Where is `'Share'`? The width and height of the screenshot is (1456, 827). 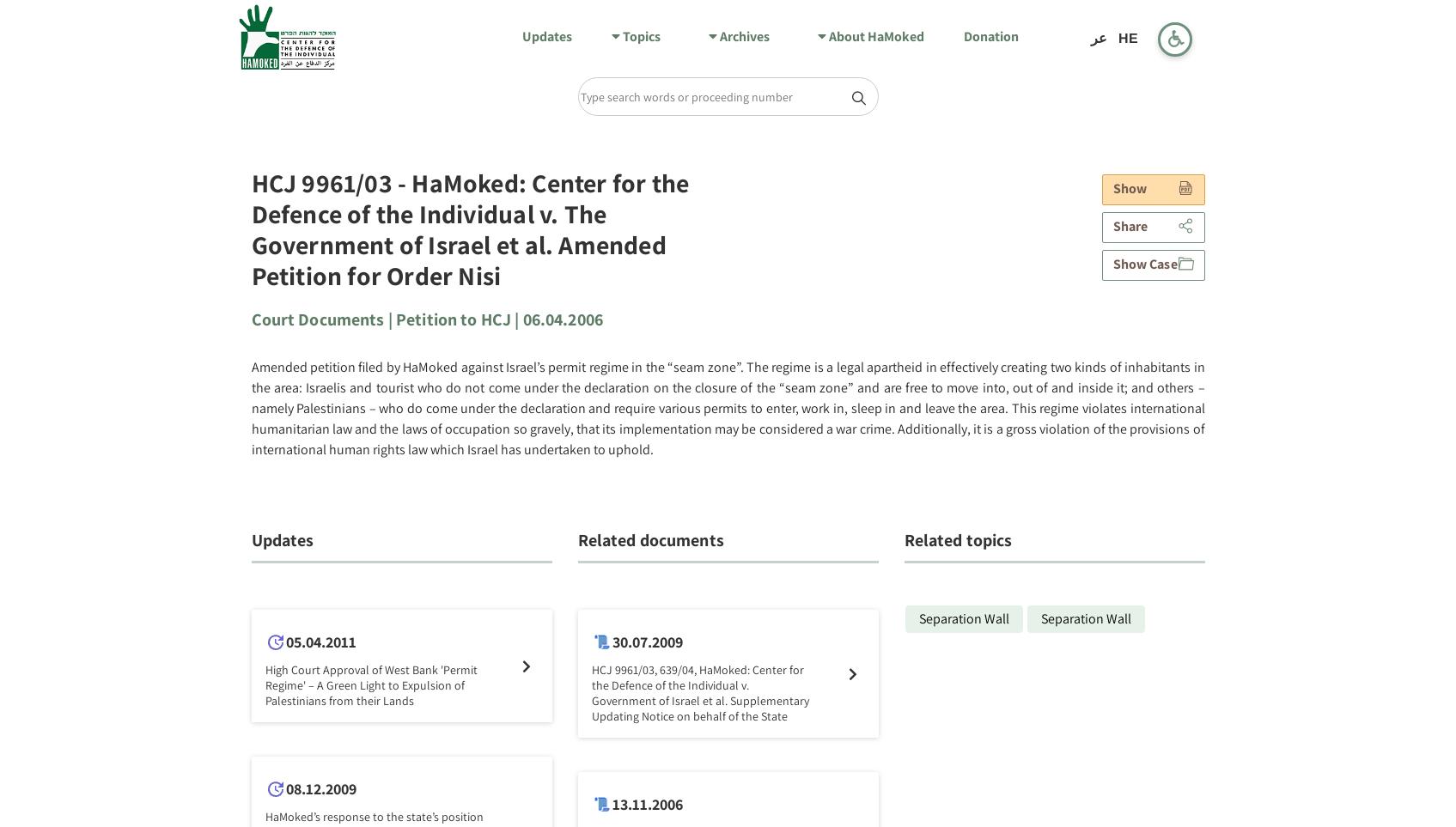
'Share' is located at coordinates (1130, 225).